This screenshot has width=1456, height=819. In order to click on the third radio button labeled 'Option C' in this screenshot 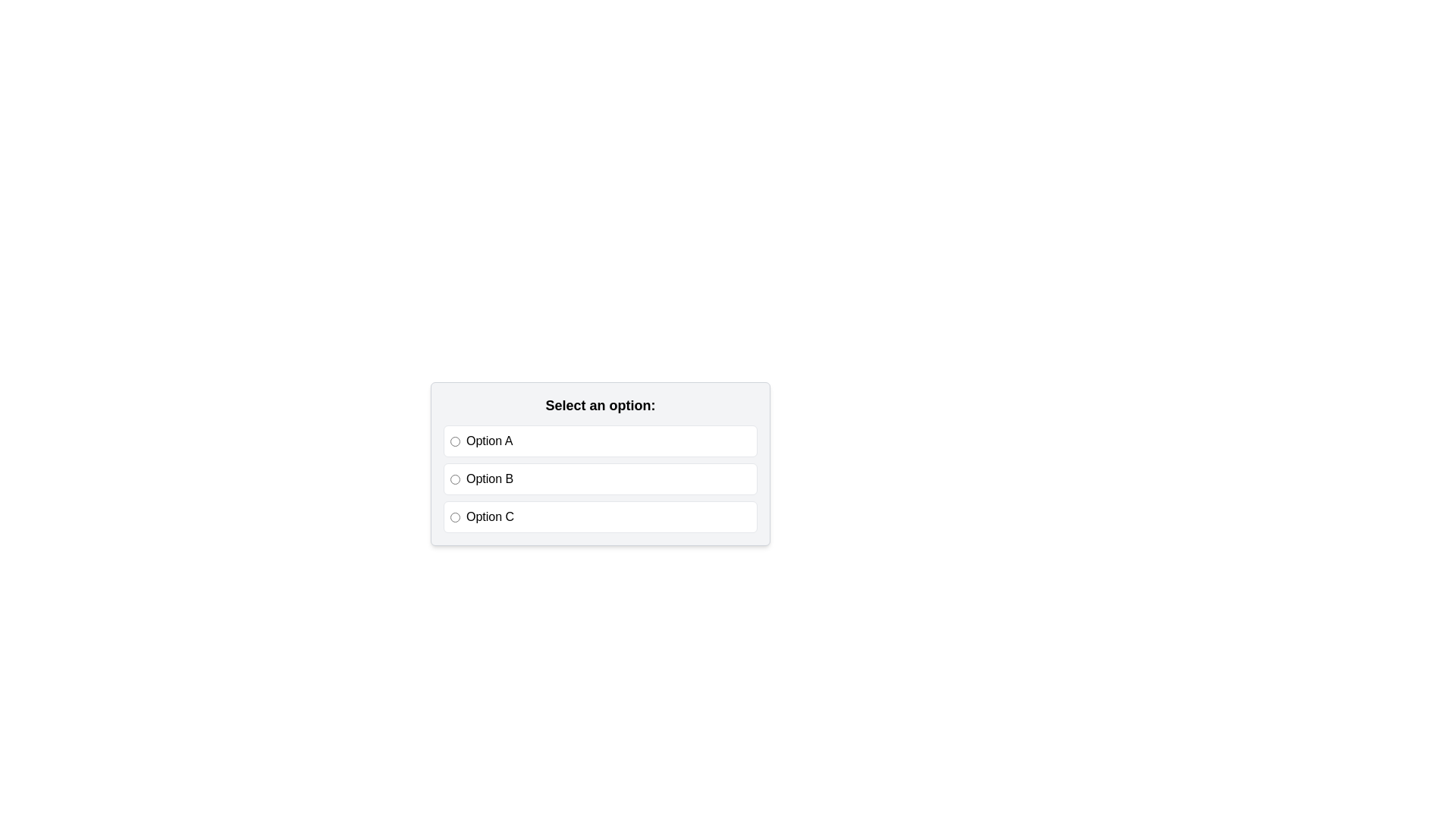, I will do `click(454, 516)`.